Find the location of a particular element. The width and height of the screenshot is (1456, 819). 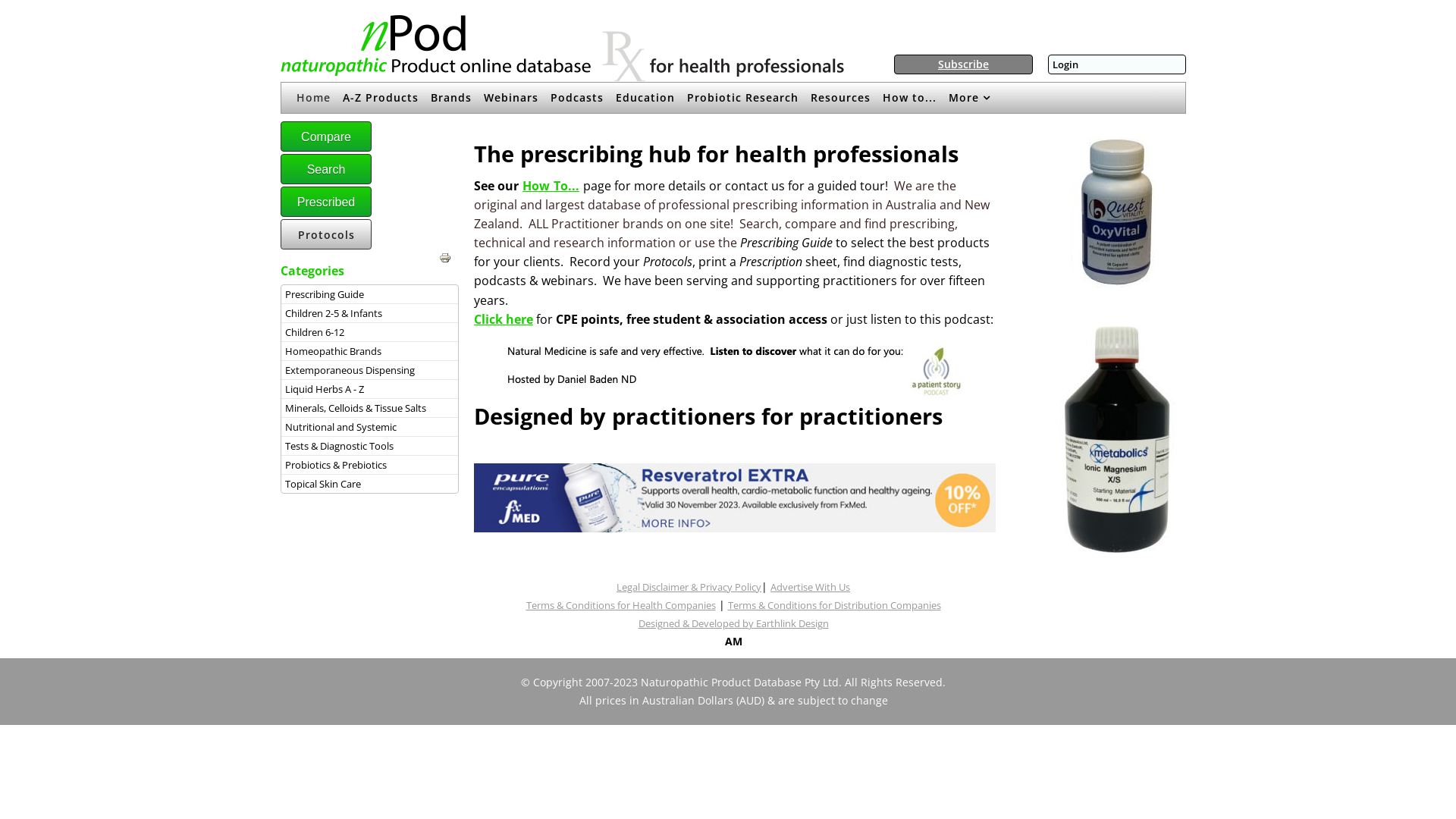

'Legal Disclaimer & Privacy Policy' is located at coordinates (688, 586).